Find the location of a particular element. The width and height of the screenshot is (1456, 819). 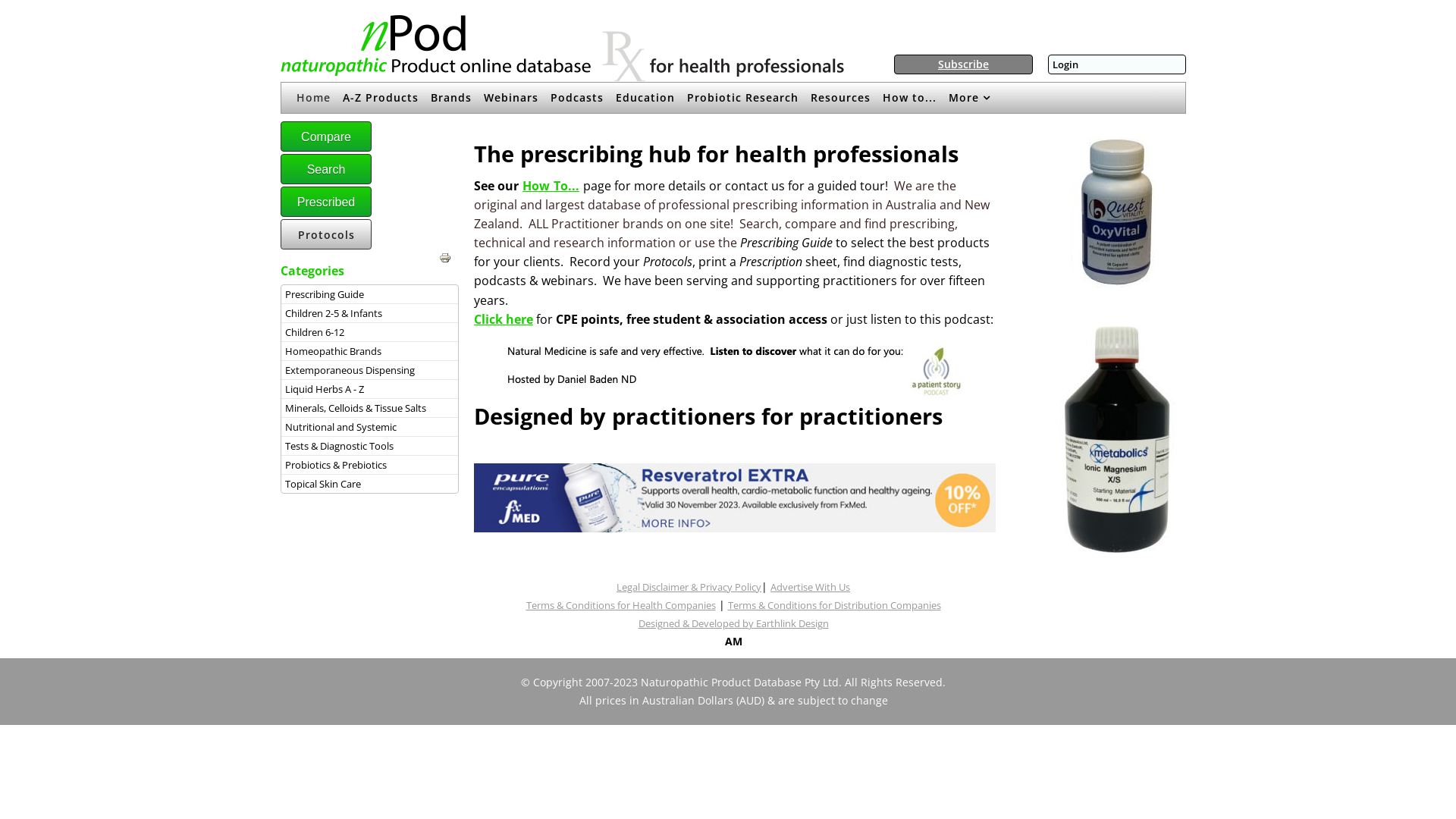

'Legal Disclaimer & Privacy Policy' is located at coordinates (688, 586).